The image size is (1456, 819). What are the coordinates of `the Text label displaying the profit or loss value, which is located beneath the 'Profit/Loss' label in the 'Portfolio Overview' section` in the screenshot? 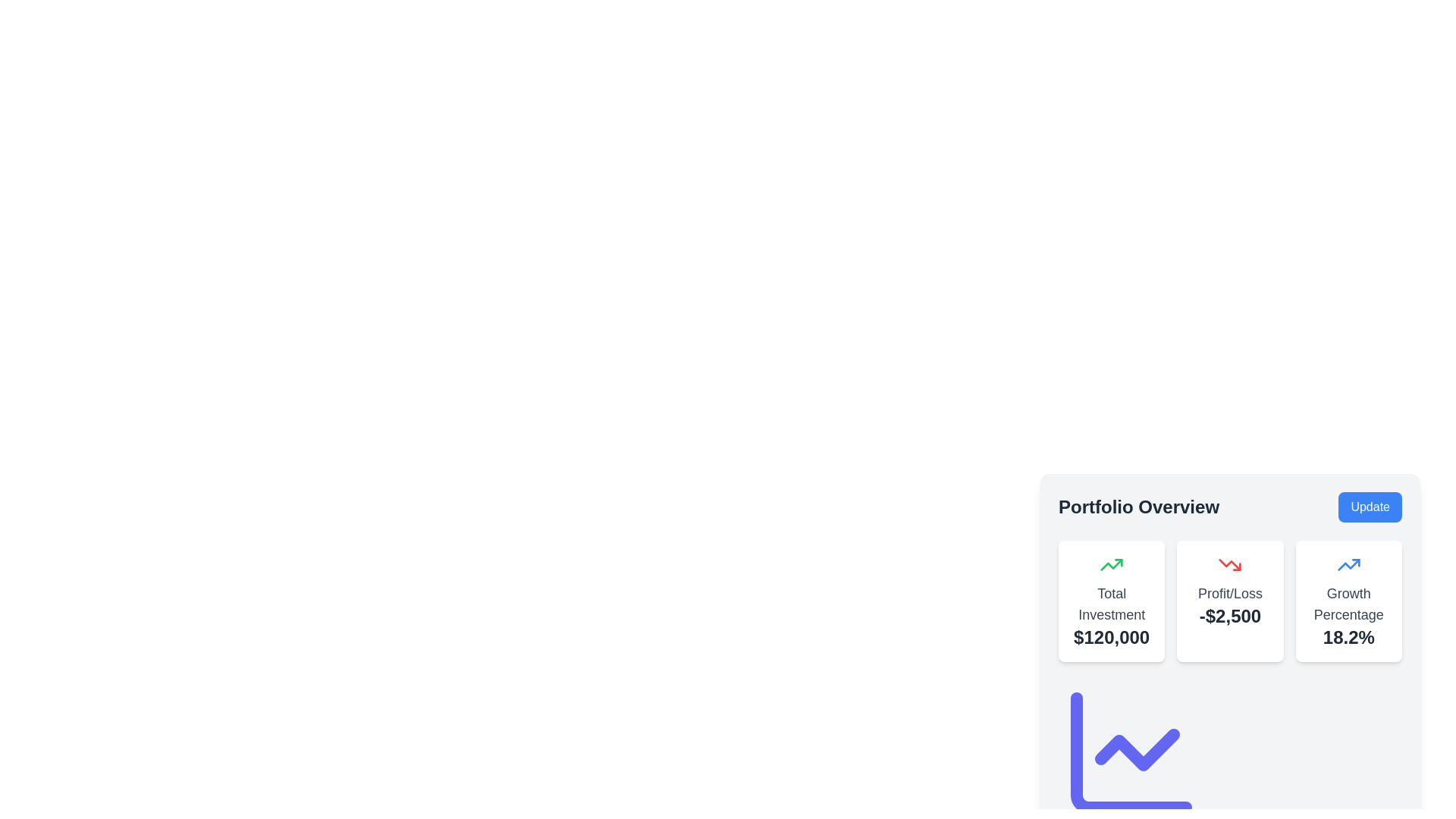 It's located at (1230, 617).